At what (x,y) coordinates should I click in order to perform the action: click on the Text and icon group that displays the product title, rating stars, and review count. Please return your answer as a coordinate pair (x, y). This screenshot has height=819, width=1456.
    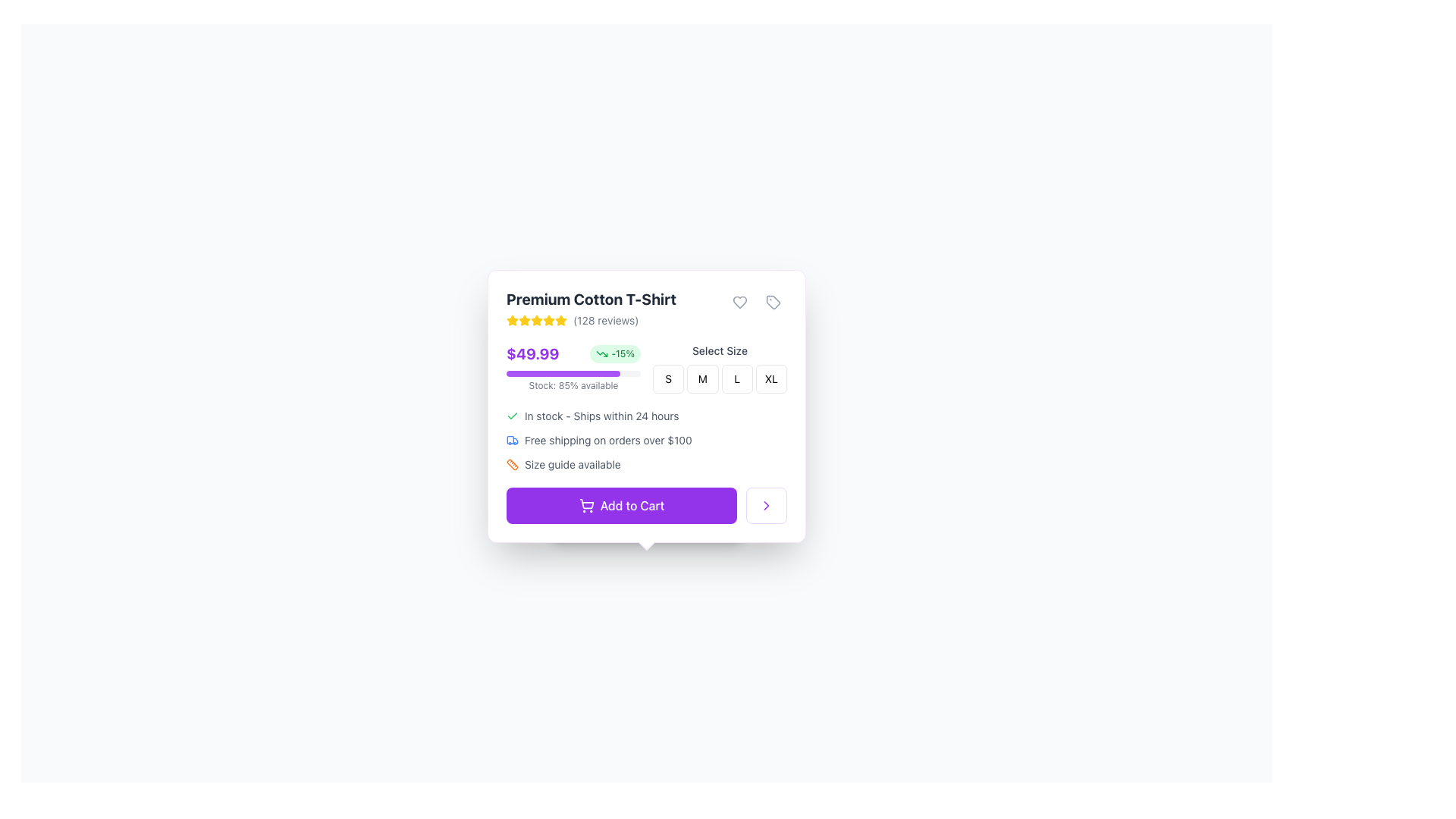
    Looking at the image, I should click on (590, 308).